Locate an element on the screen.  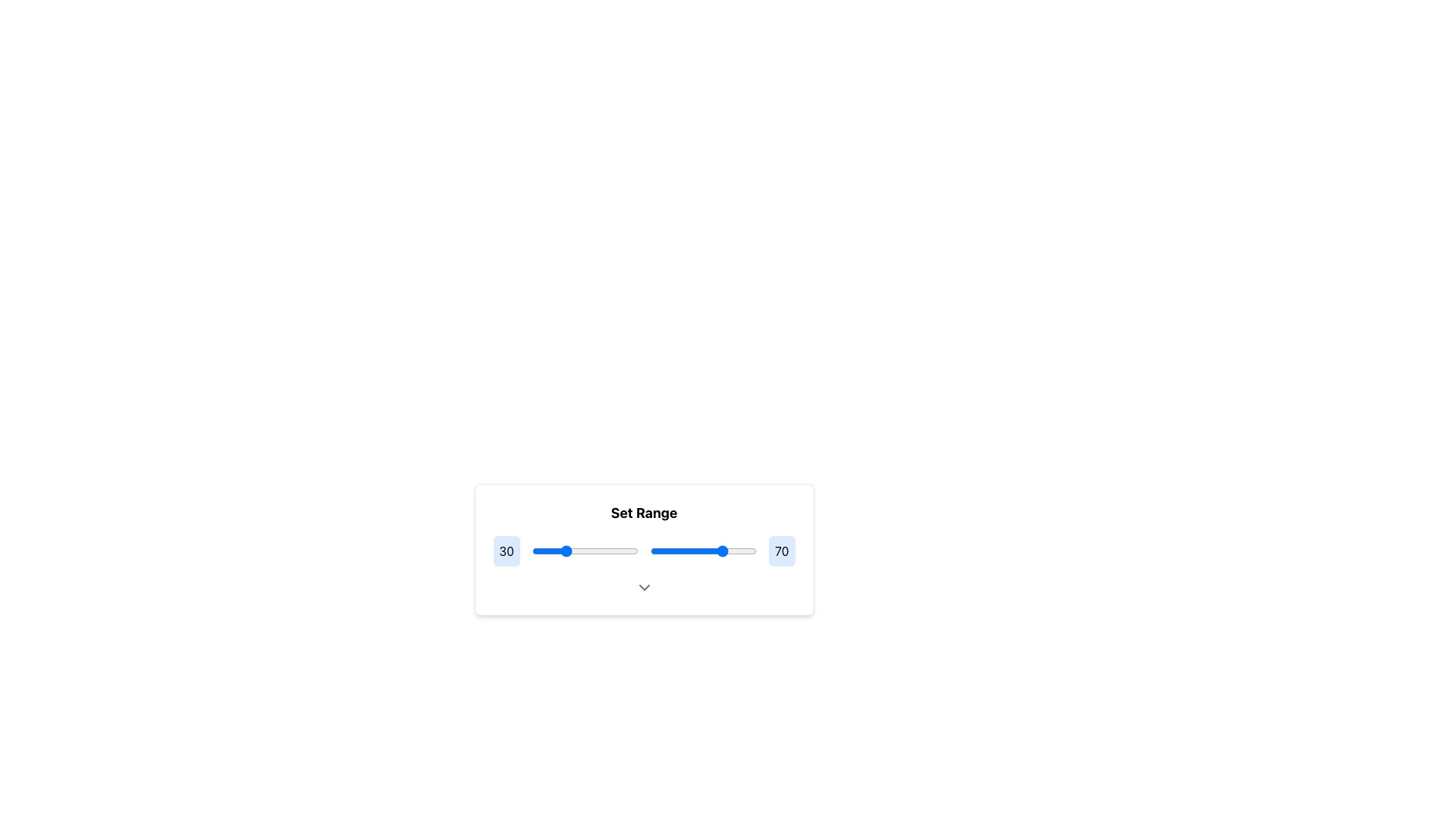
the slider value is located at coordinates (734, 551).